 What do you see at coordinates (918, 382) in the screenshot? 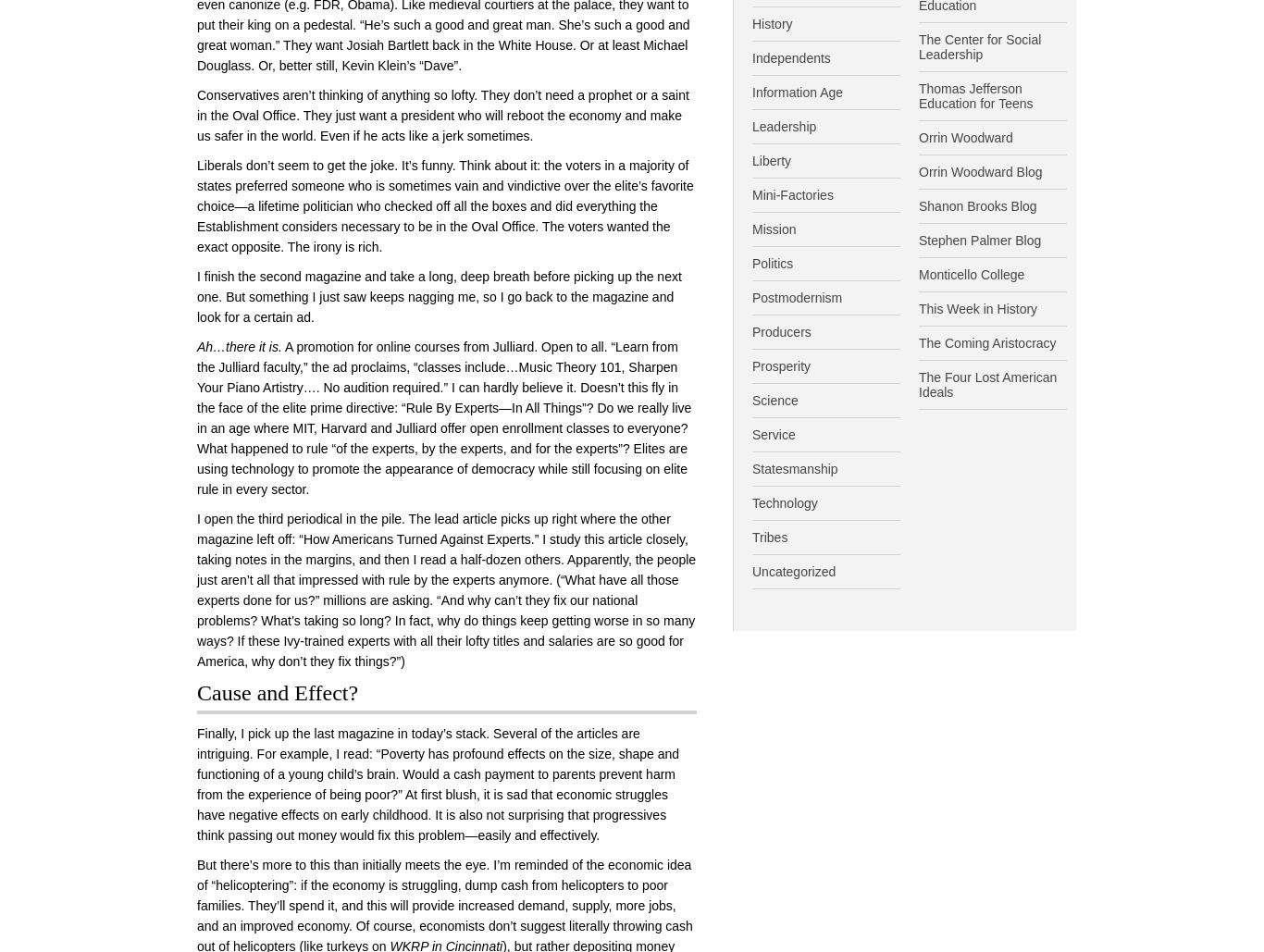
I see `'The Four Lost American Ideals'` at bounding box center [918, 382].